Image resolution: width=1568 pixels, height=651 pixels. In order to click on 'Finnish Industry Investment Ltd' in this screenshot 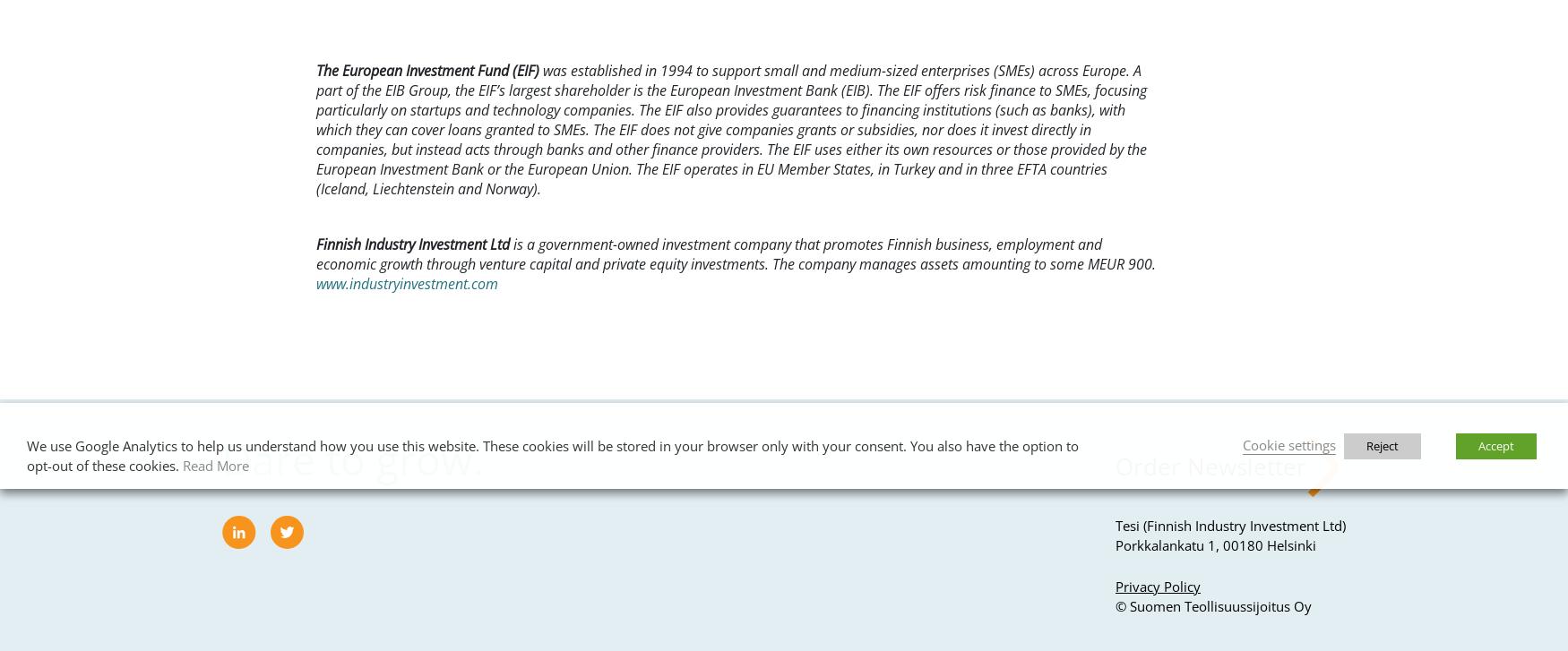, I will do `click(412, 244)`.